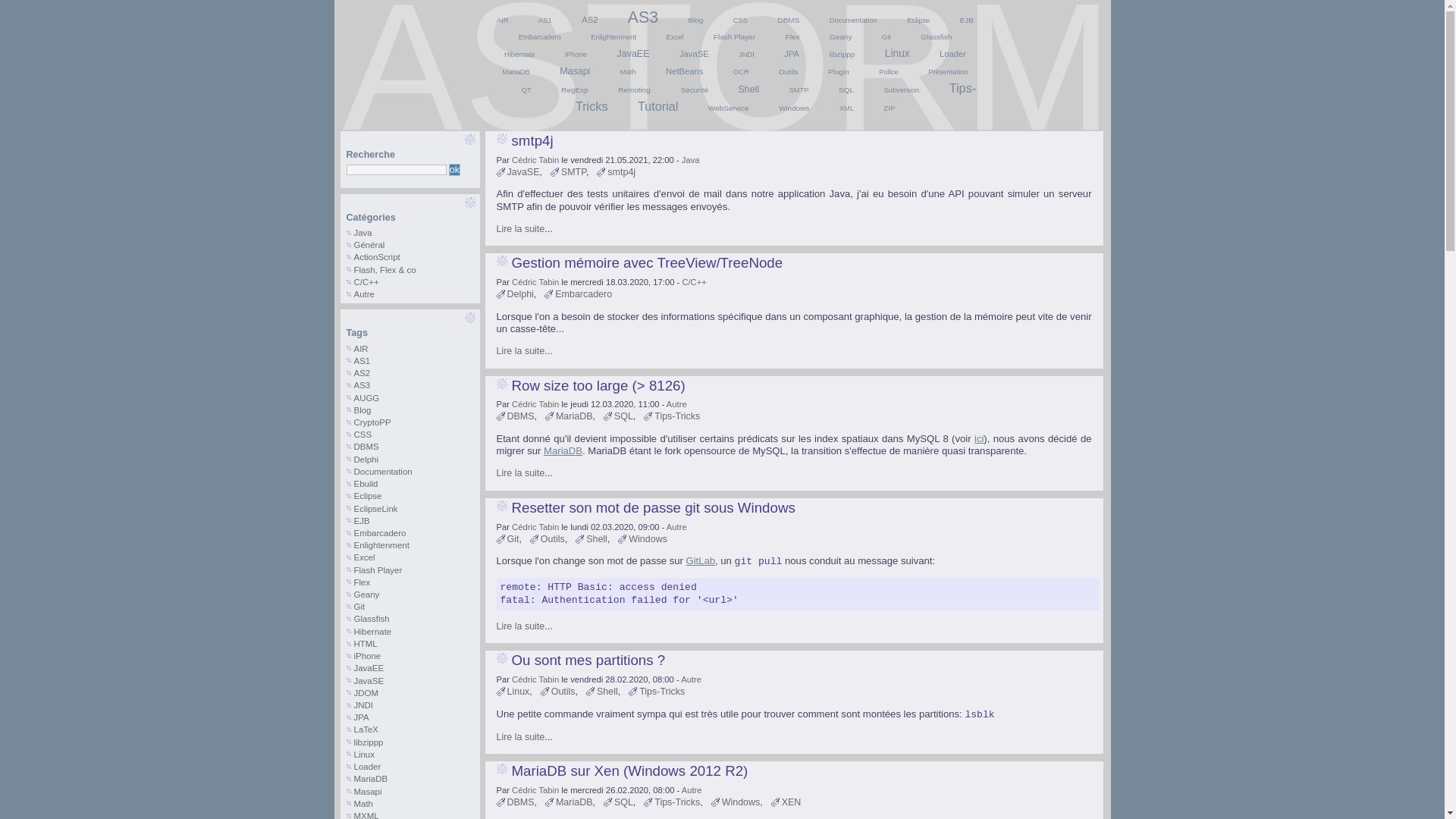 The height and width of the screenshot is (819, 1456). I want to click on 'CSS', so click(740, 20).